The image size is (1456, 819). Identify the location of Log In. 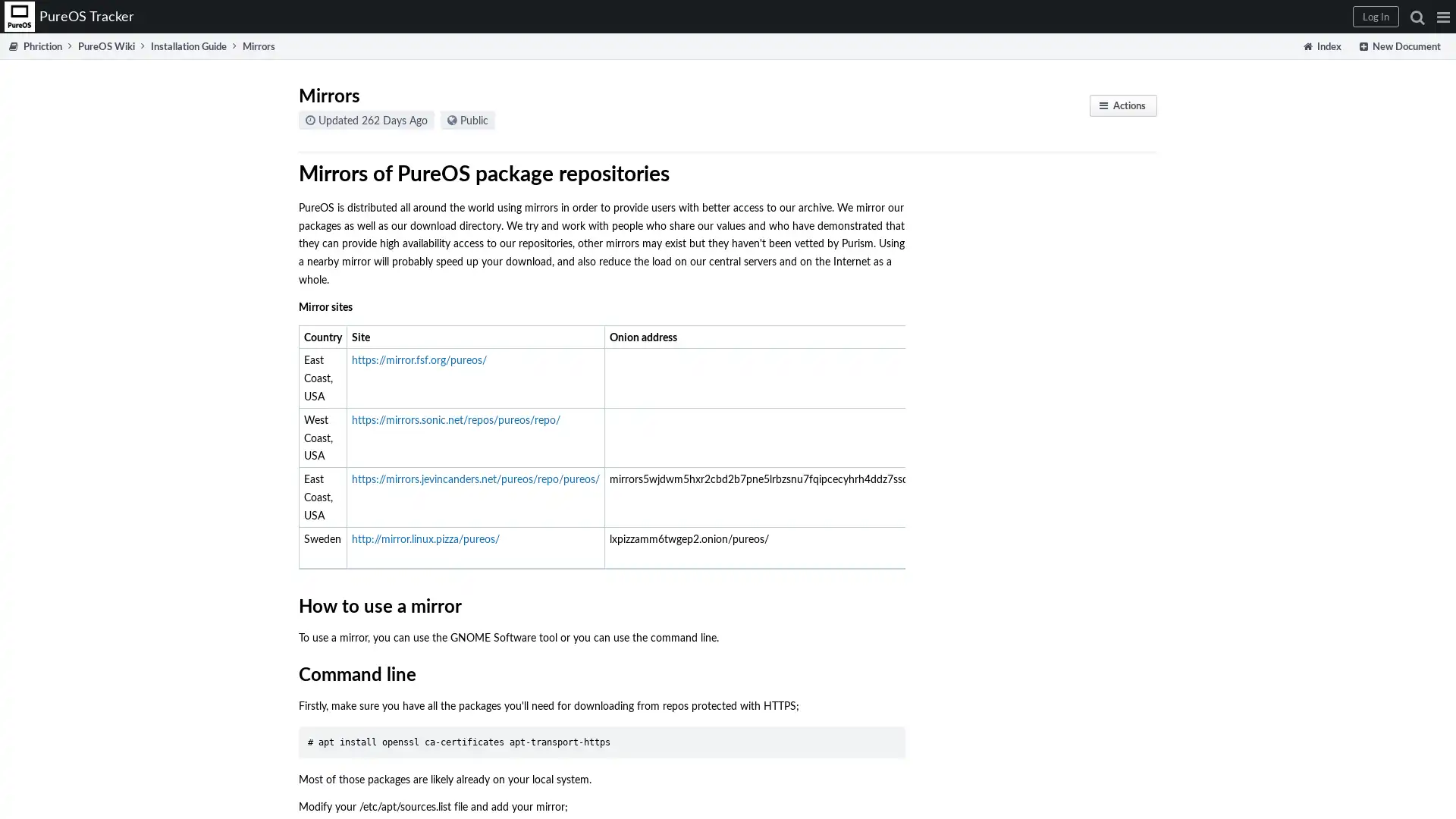
(1376, 17).